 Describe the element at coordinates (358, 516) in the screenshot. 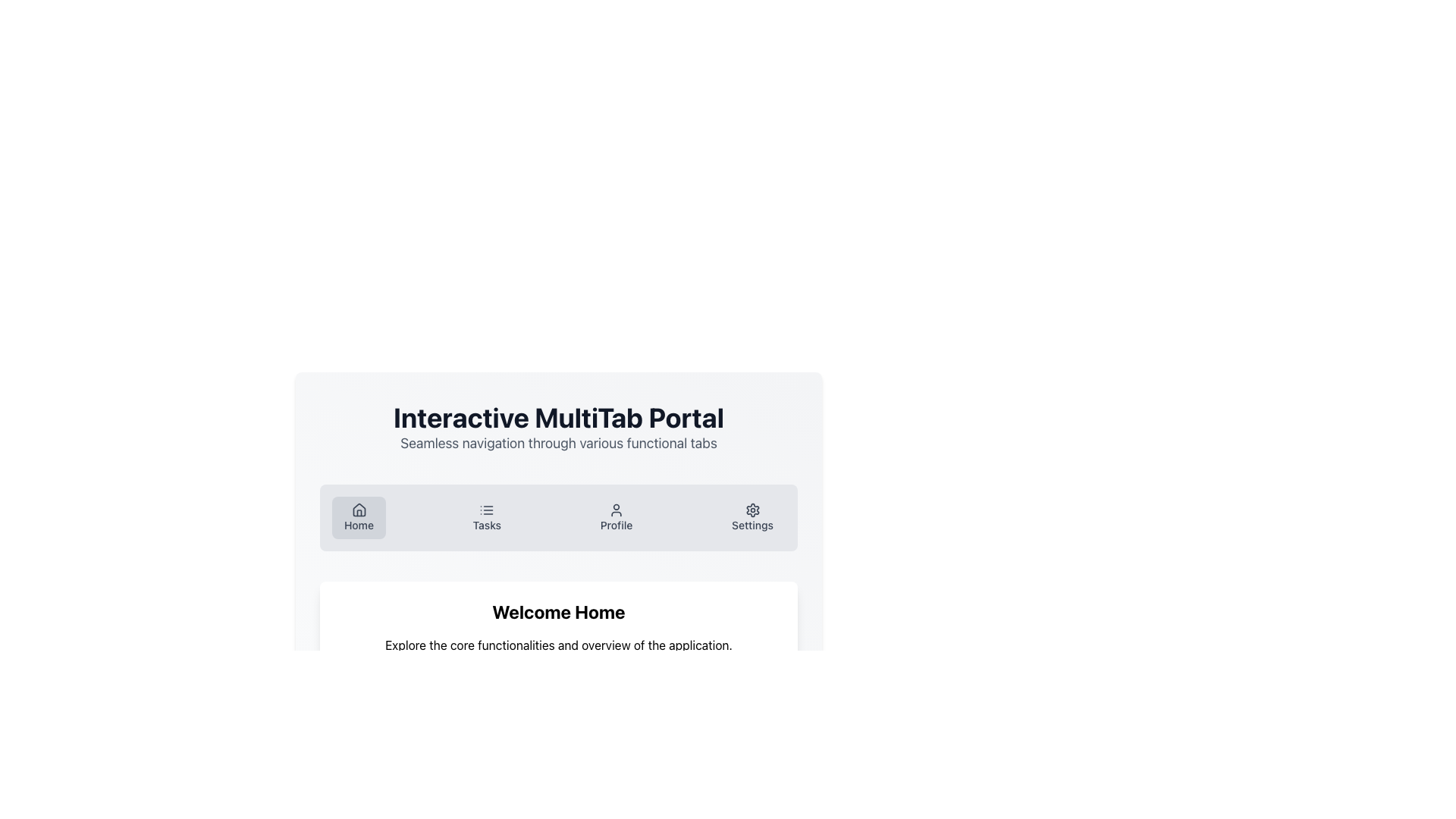

I see `the home navigation button located at the top-left corner of the navigation bar` at that location.